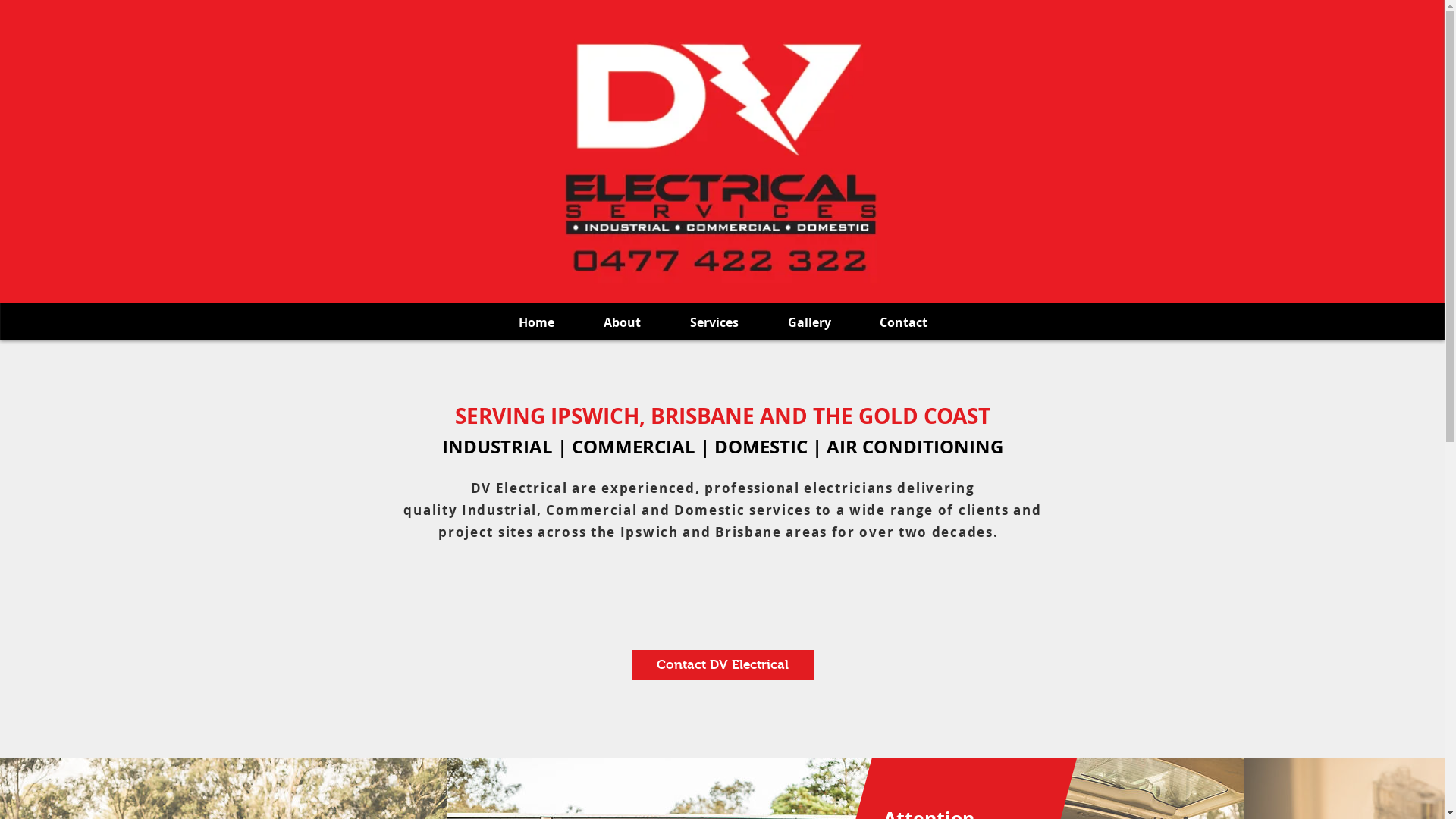  I want to click on 'About', so click(622, 322).